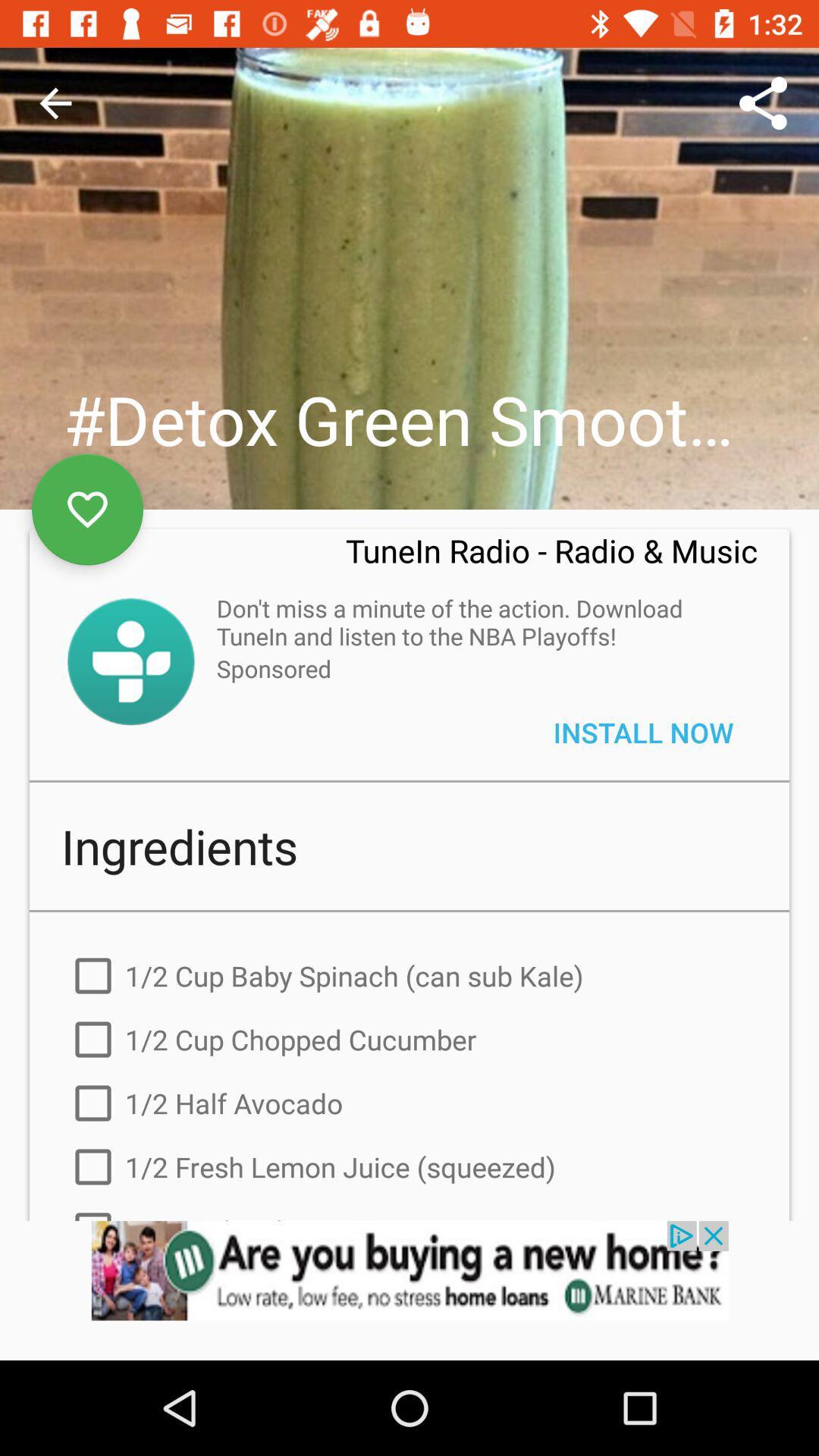 The width and height of the screenshot is (819, 1456). What do you see at coordinates (130, 661) in the screenshot?
I see `the button` at bounding box center [130, 661].